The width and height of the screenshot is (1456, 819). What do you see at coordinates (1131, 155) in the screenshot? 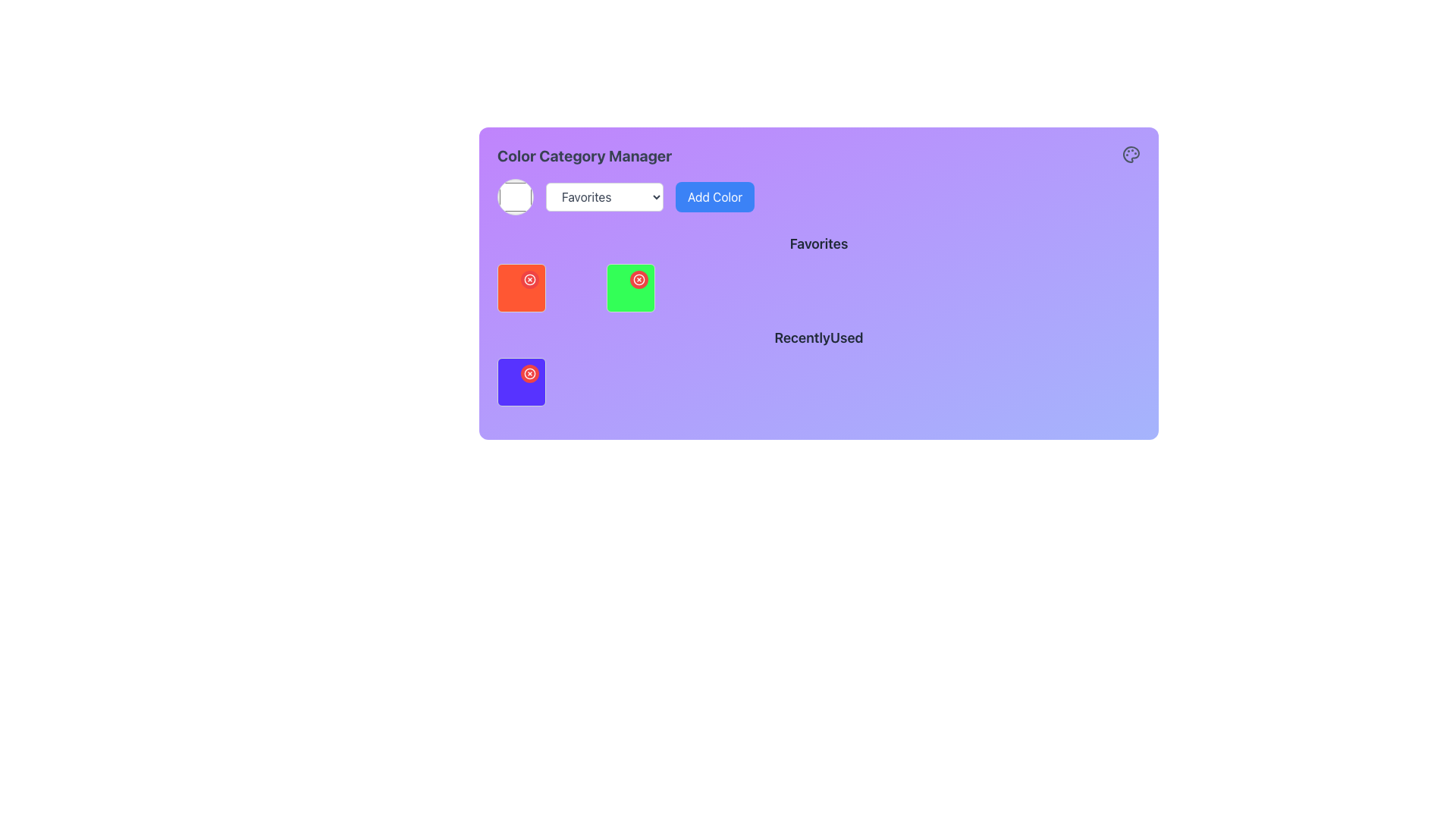
I see `the circular palette icon located in the top-right corner of the 'Color Category Manager' panel, which features dots indicating paint colors` at bounding box center [1131, 155].